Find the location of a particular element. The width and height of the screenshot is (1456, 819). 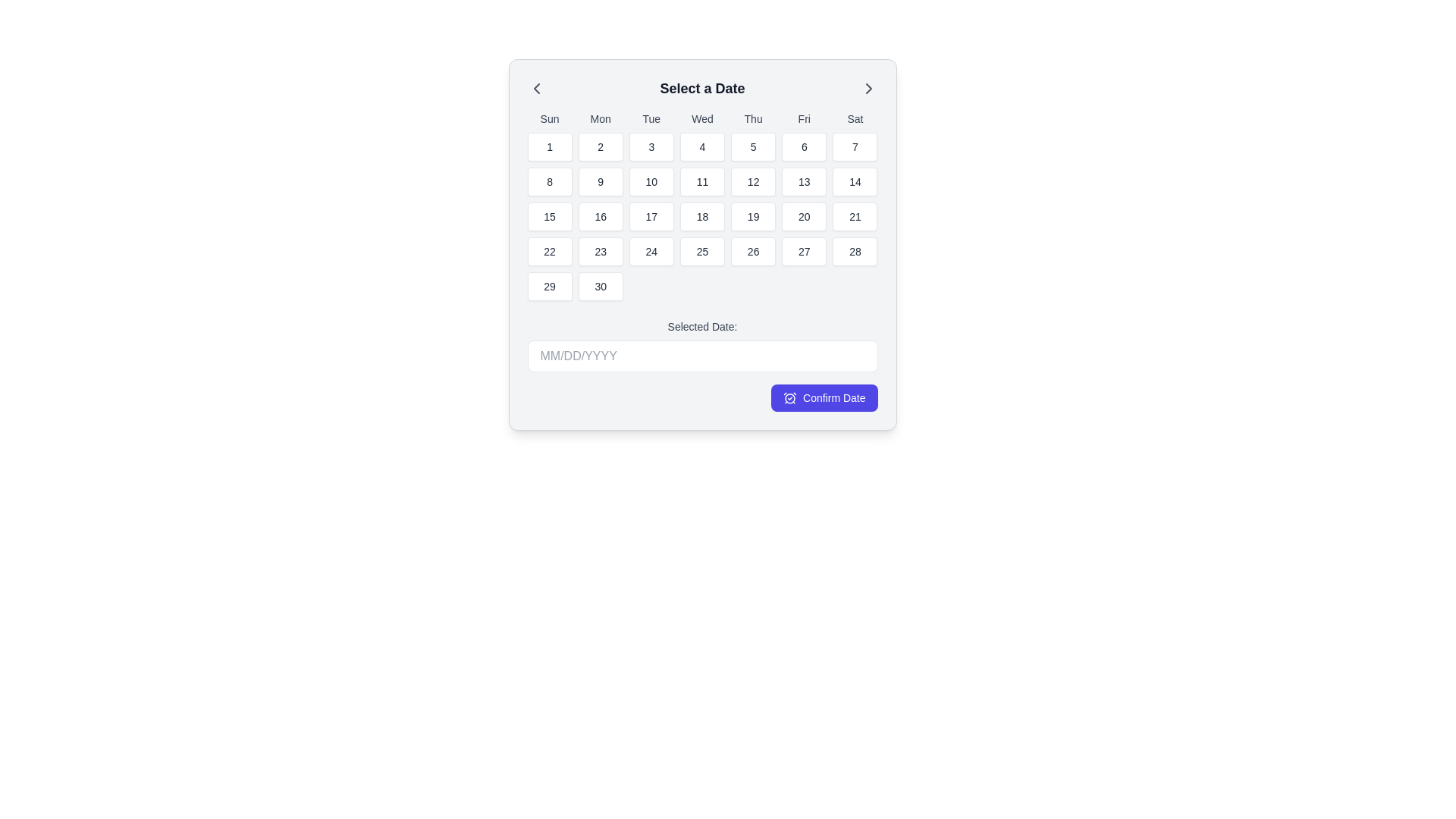

the text label that reads 'Fri', which is the sixth day label in the calendar interface, located near the upper-right section, directly after 'Thu' and before 'Sat' is located at coordinates (803, 118).